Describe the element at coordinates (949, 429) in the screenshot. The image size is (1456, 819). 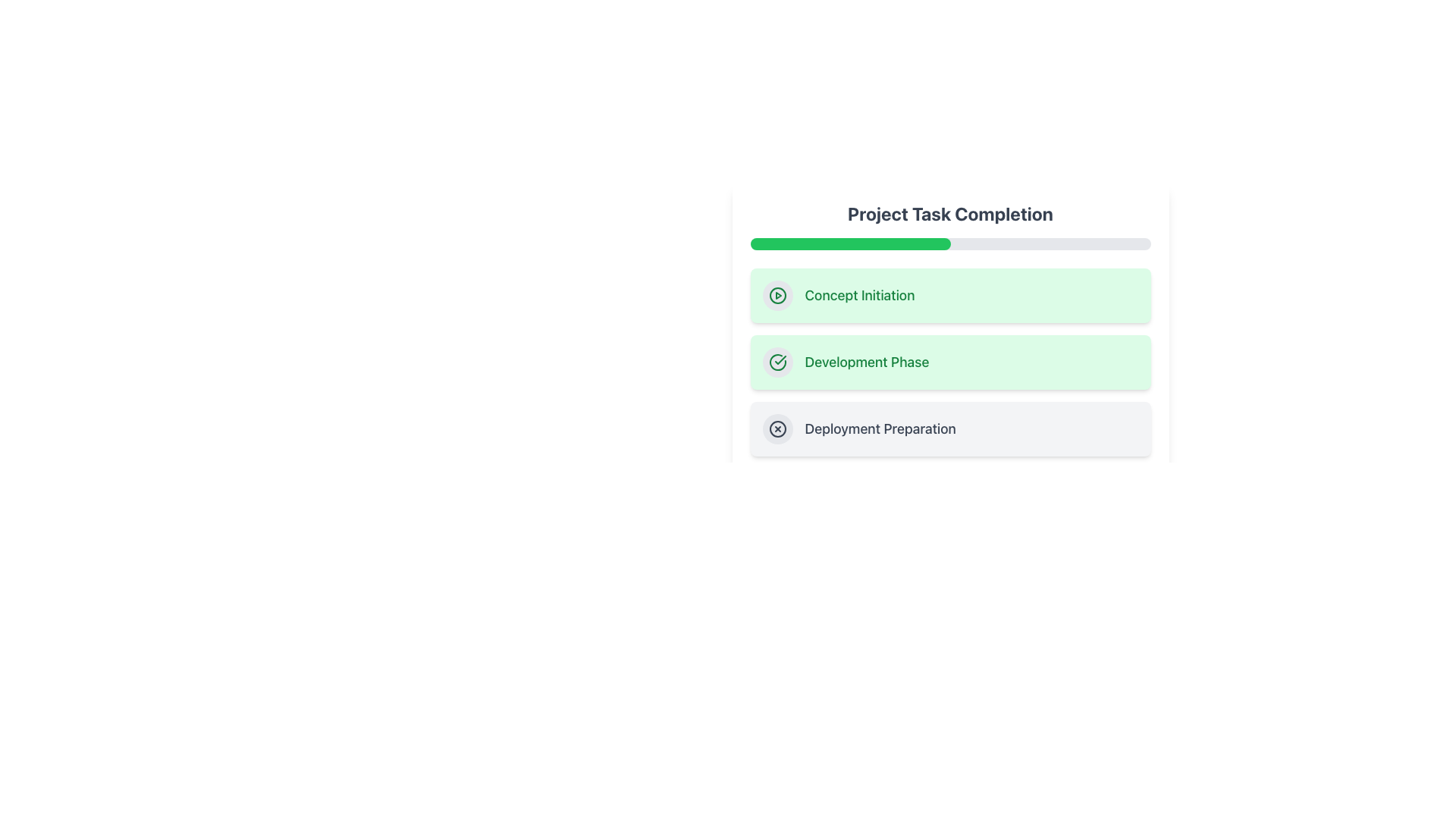
I see `the third item card in the vertical list titled 'Deployment Preparation', which features an 'X' mark icon and a bold text label, located between 'Development Phase' and 'Final Delivery'` at that location.